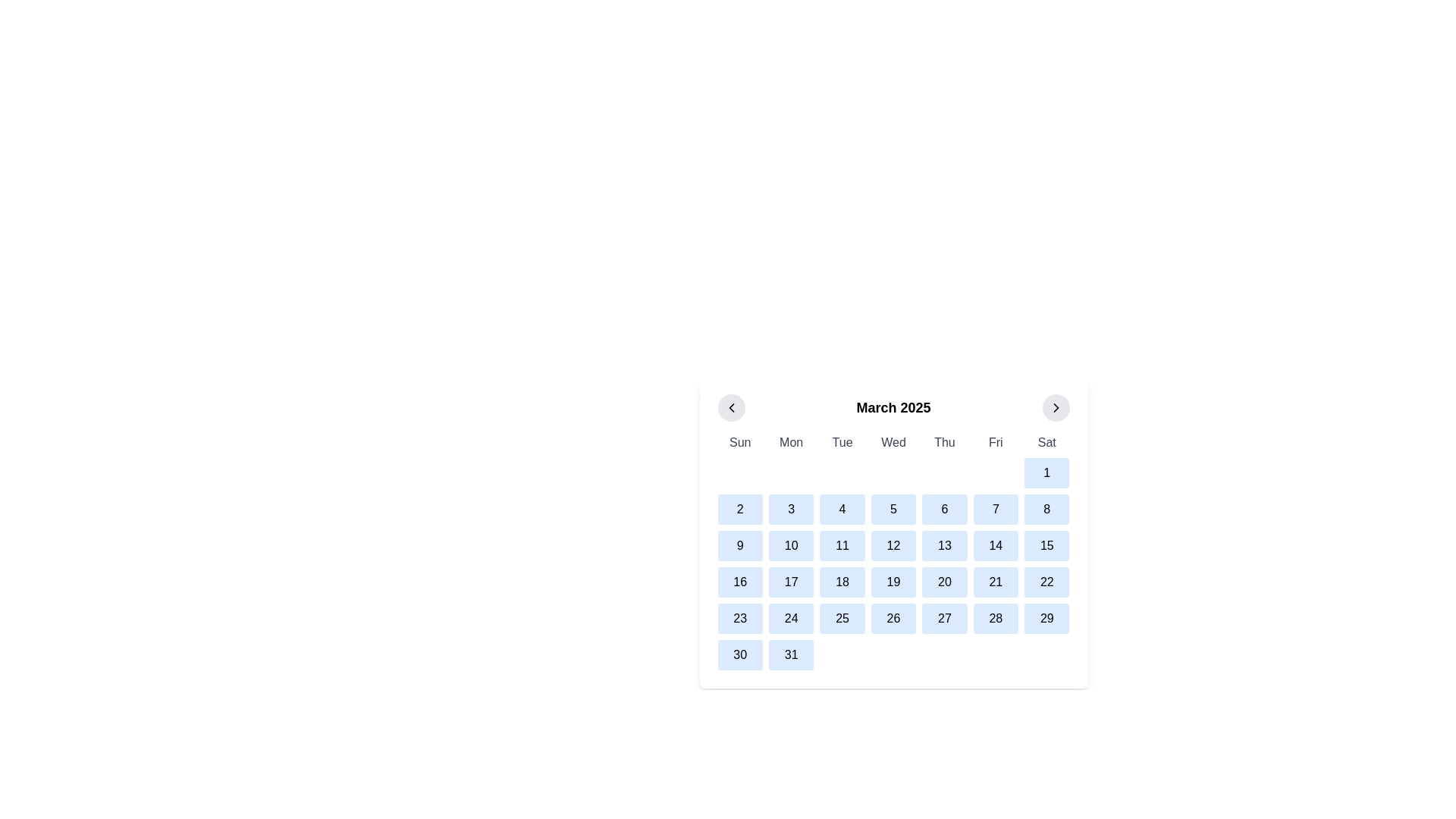 The height and width of the screenshot is (819, 1456). I want to click on the circular light gray button icon located in the top-left corner of the calendar, so click(731, 406).